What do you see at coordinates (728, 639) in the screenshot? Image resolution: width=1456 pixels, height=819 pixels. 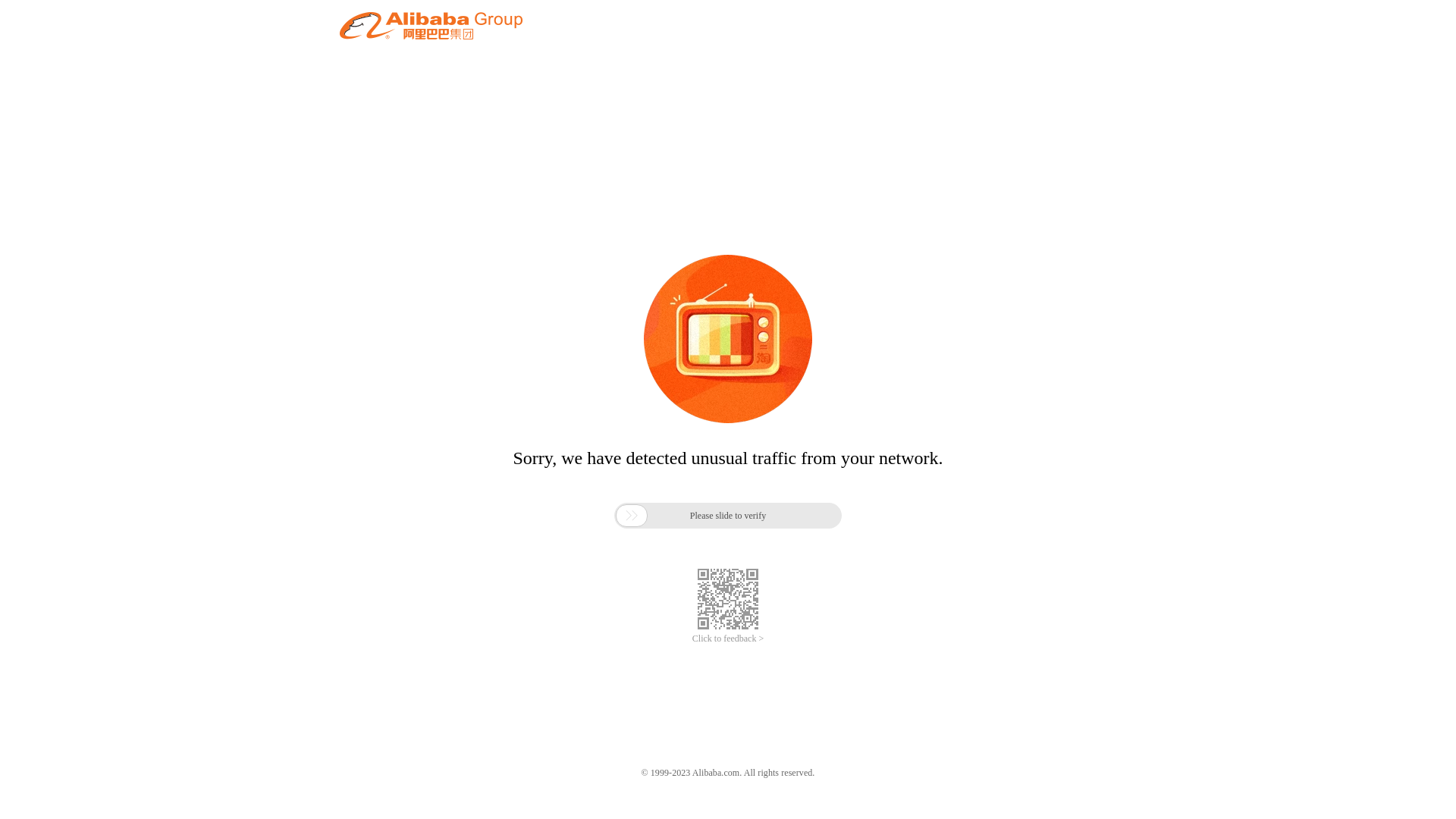 I see `'Click to feedback >'` at bounding box center [728, 639].